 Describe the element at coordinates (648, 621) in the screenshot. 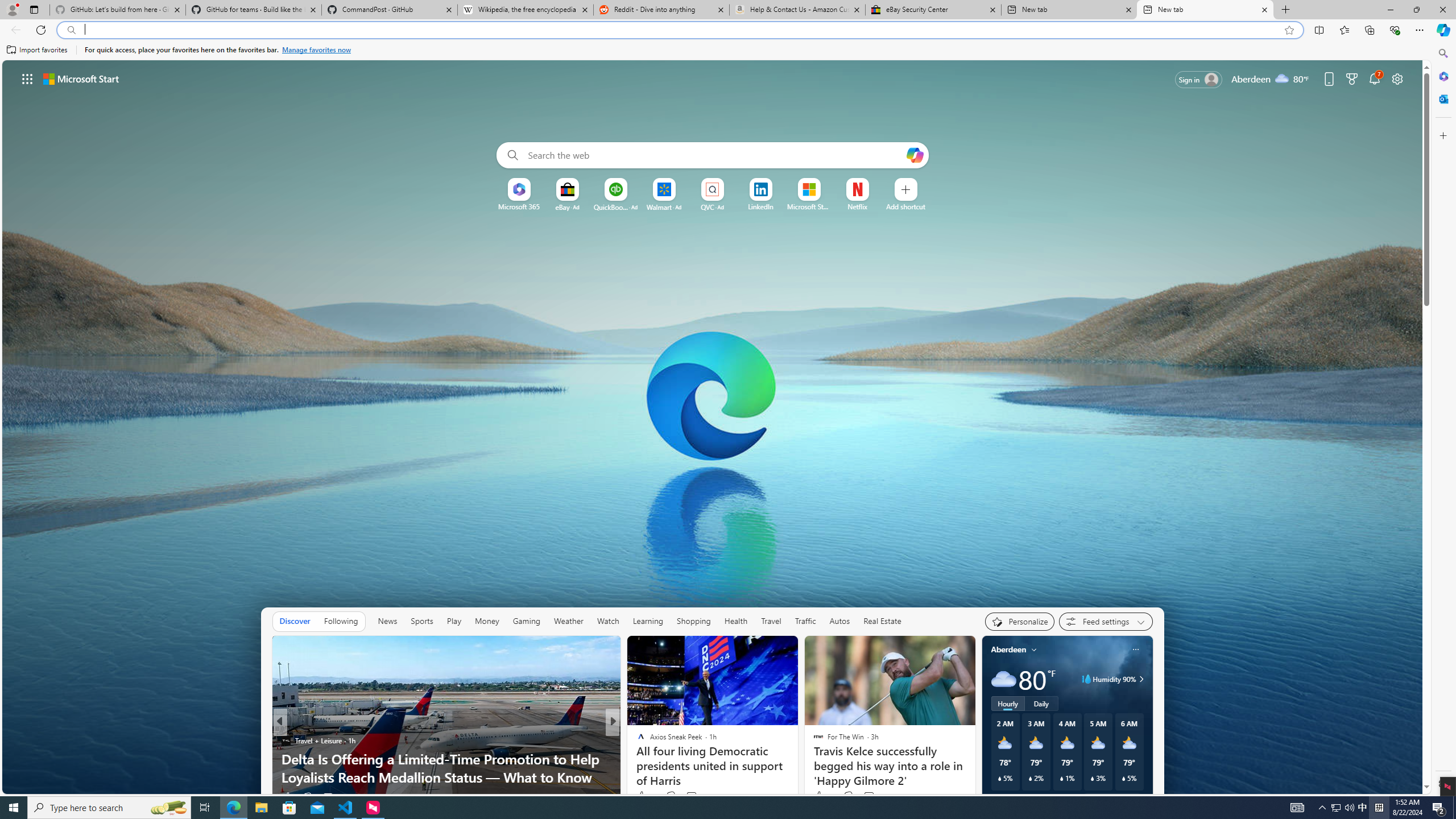

I see `'Learning'` at that location.